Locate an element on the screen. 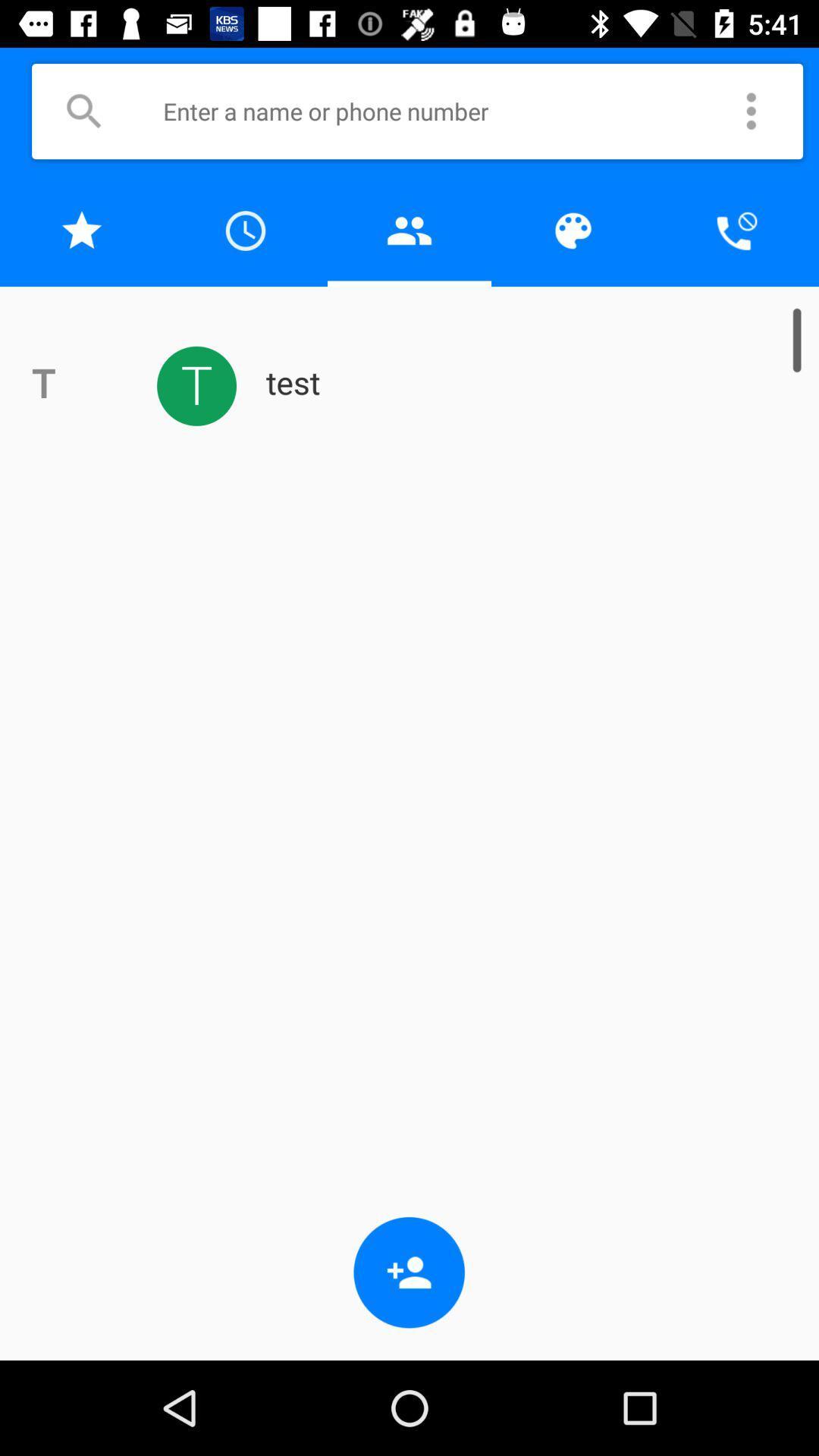  tirar la basura is located at coordinates (409, 230).